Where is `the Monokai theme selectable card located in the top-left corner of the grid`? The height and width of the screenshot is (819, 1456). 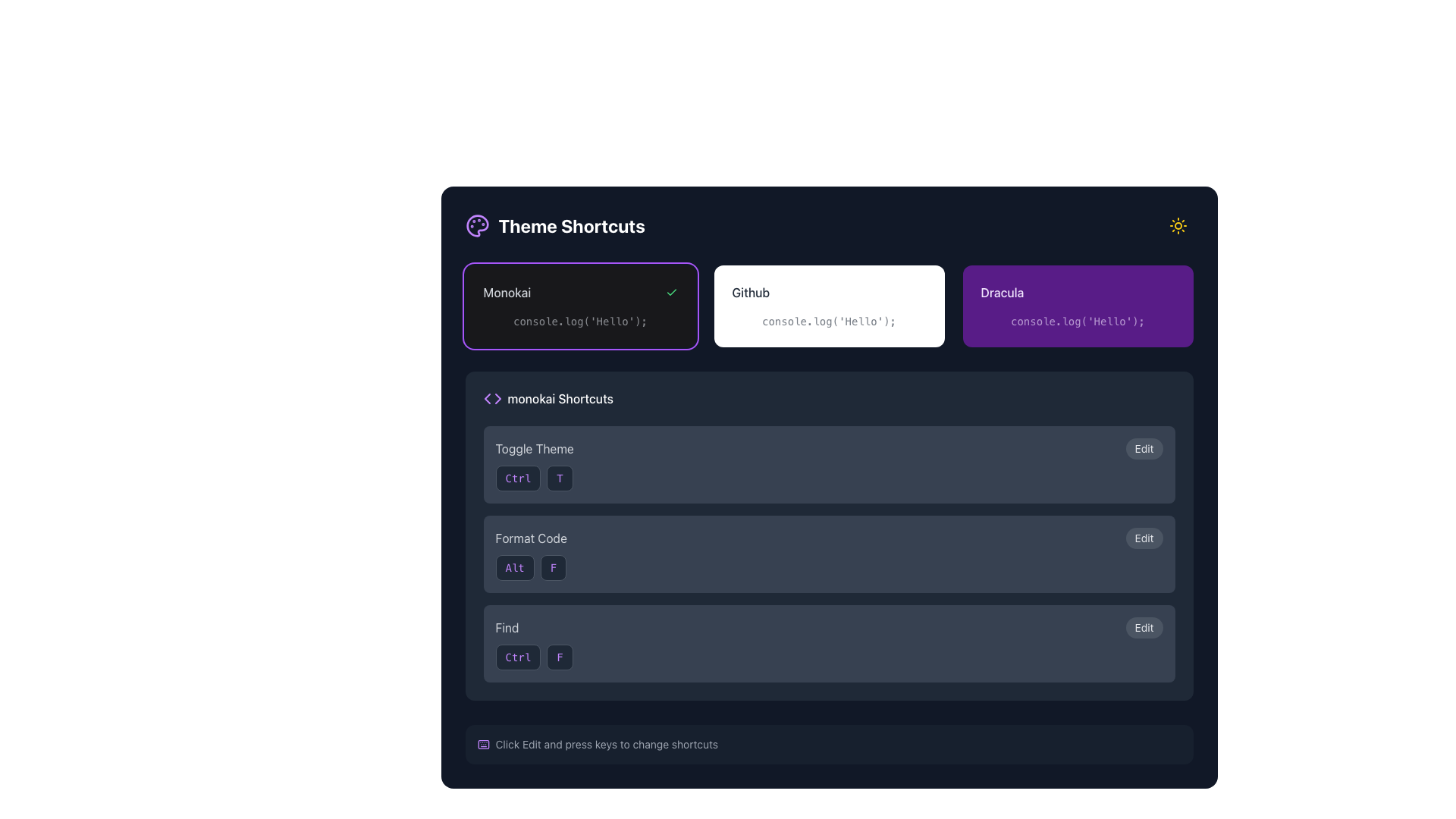 the Monokai theme selectable card located in the top-left corner of the grid is located at coordinates (579, 306).